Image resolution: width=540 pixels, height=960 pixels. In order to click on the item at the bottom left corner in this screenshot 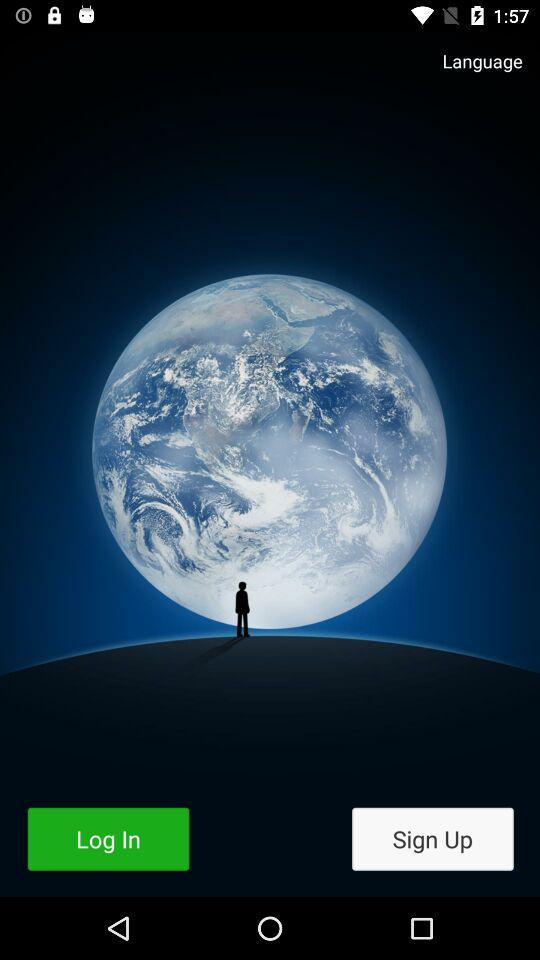, I will do `click(108, 839)`.